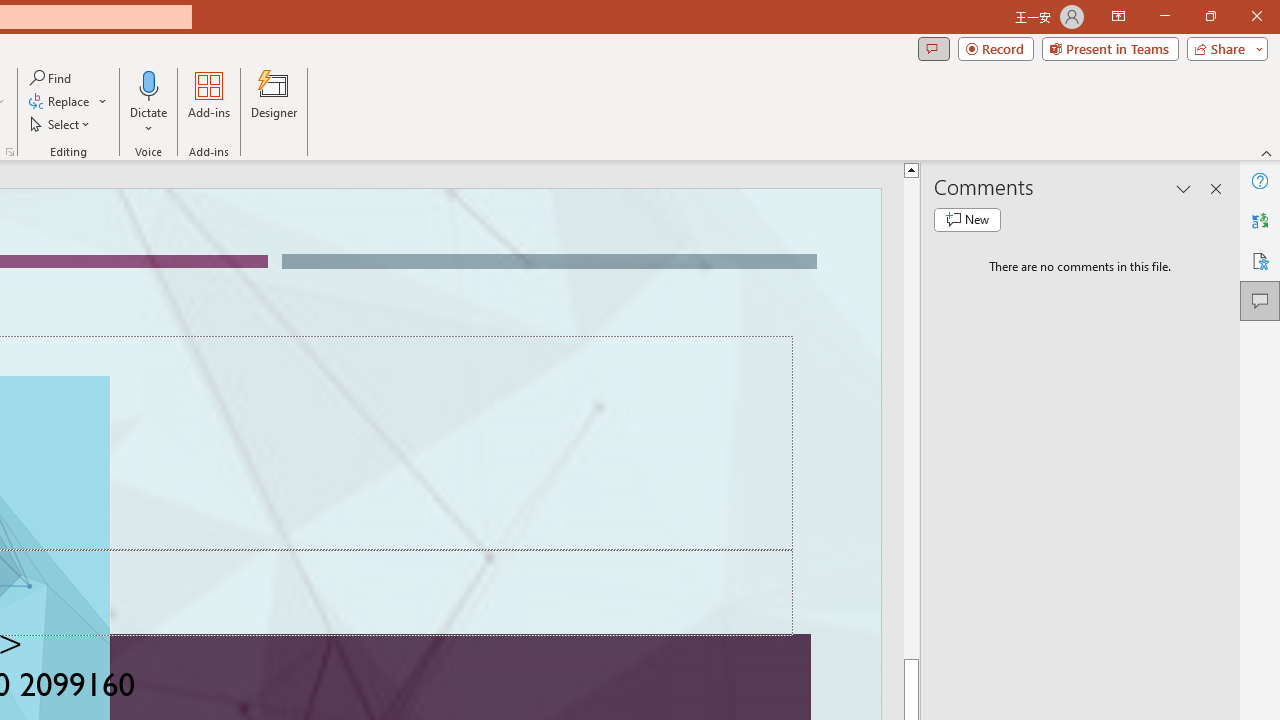 The width and height of the screenshot is (1280, 720). I want to click on 'Designer', so click(273, 103).